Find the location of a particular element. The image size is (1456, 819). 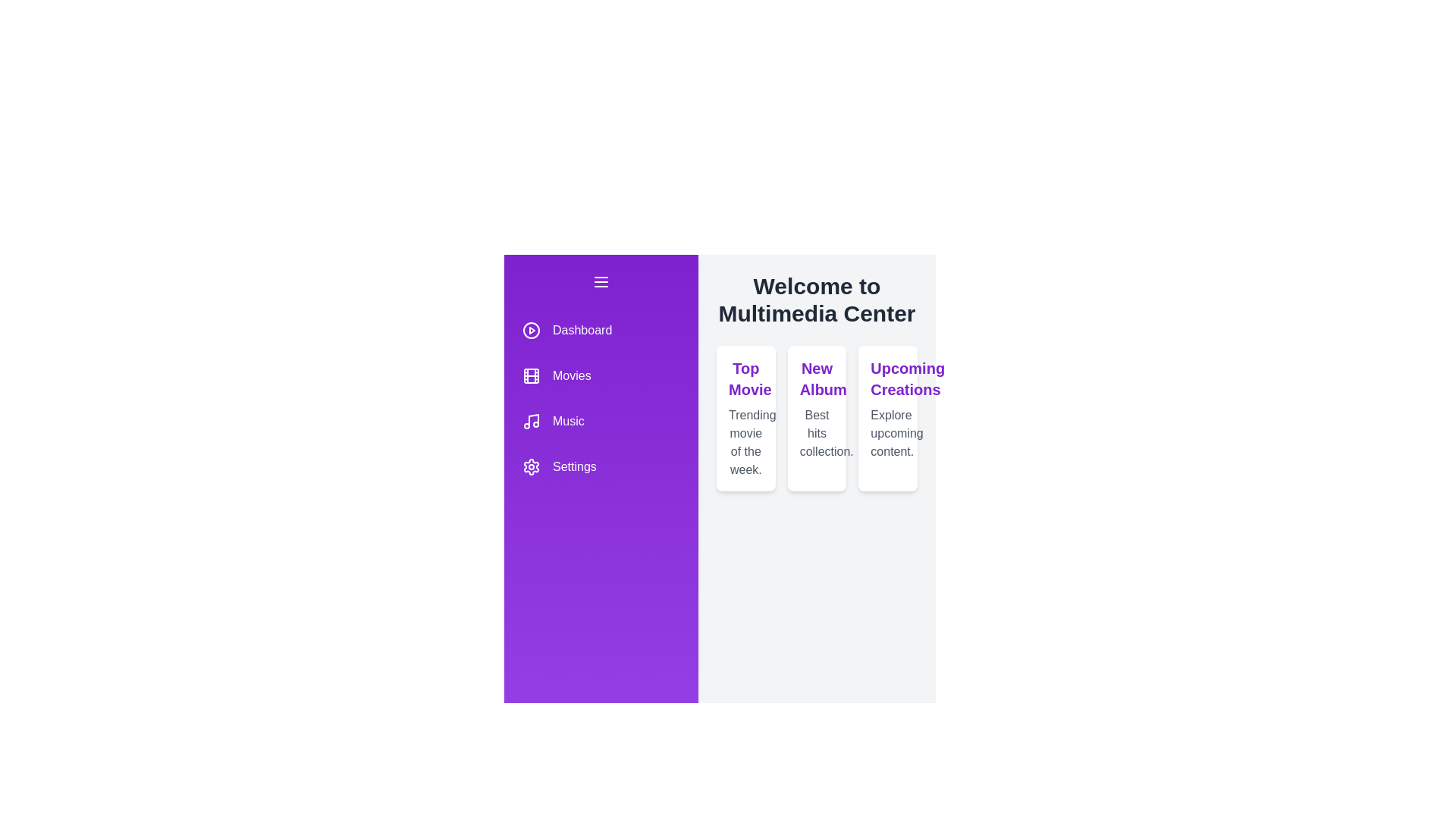

the menu item Settings to select it is located at coordinates (600, 466).